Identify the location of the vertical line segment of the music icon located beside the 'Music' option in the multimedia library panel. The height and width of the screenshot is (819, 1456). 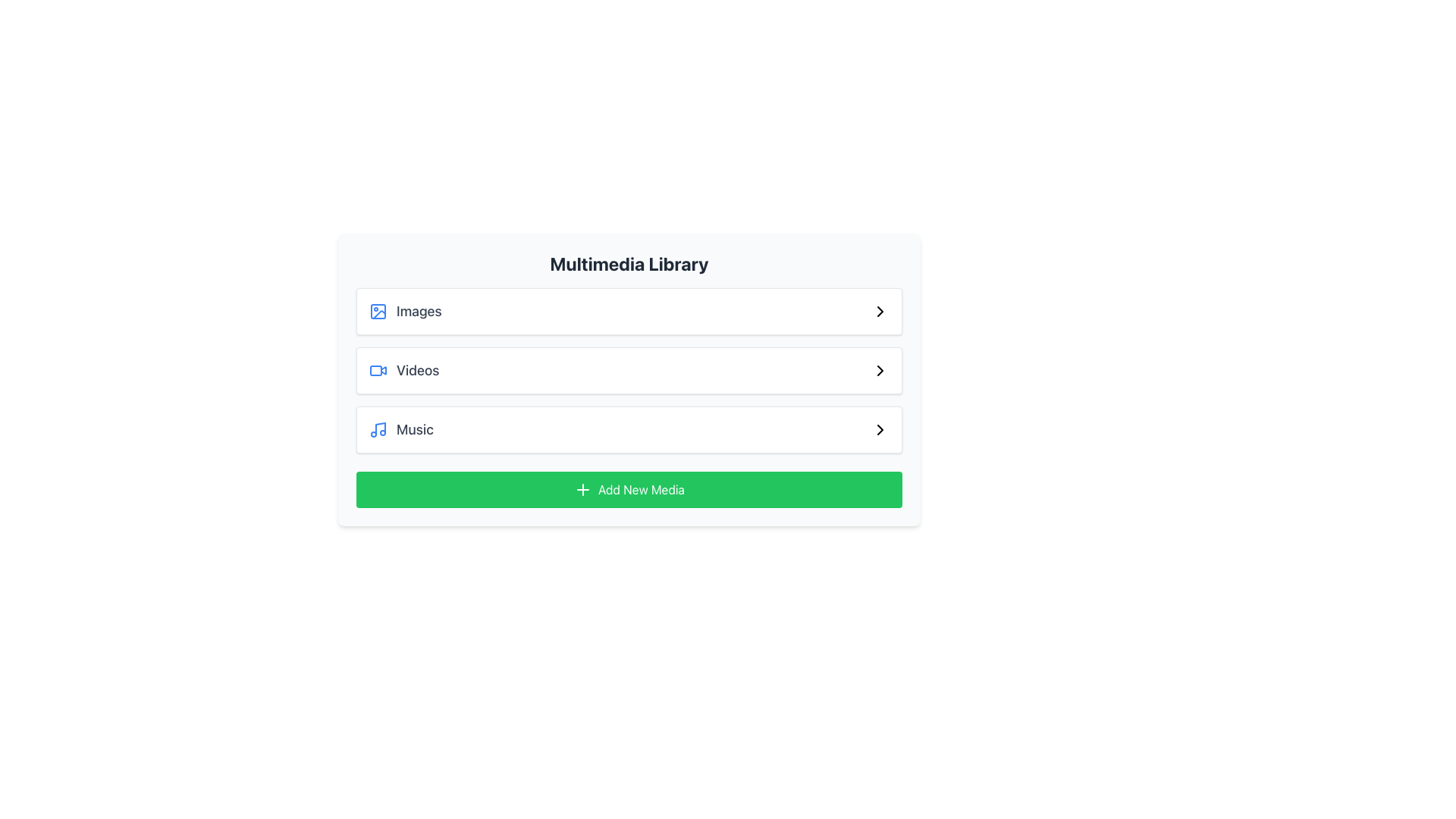
(381, 428).